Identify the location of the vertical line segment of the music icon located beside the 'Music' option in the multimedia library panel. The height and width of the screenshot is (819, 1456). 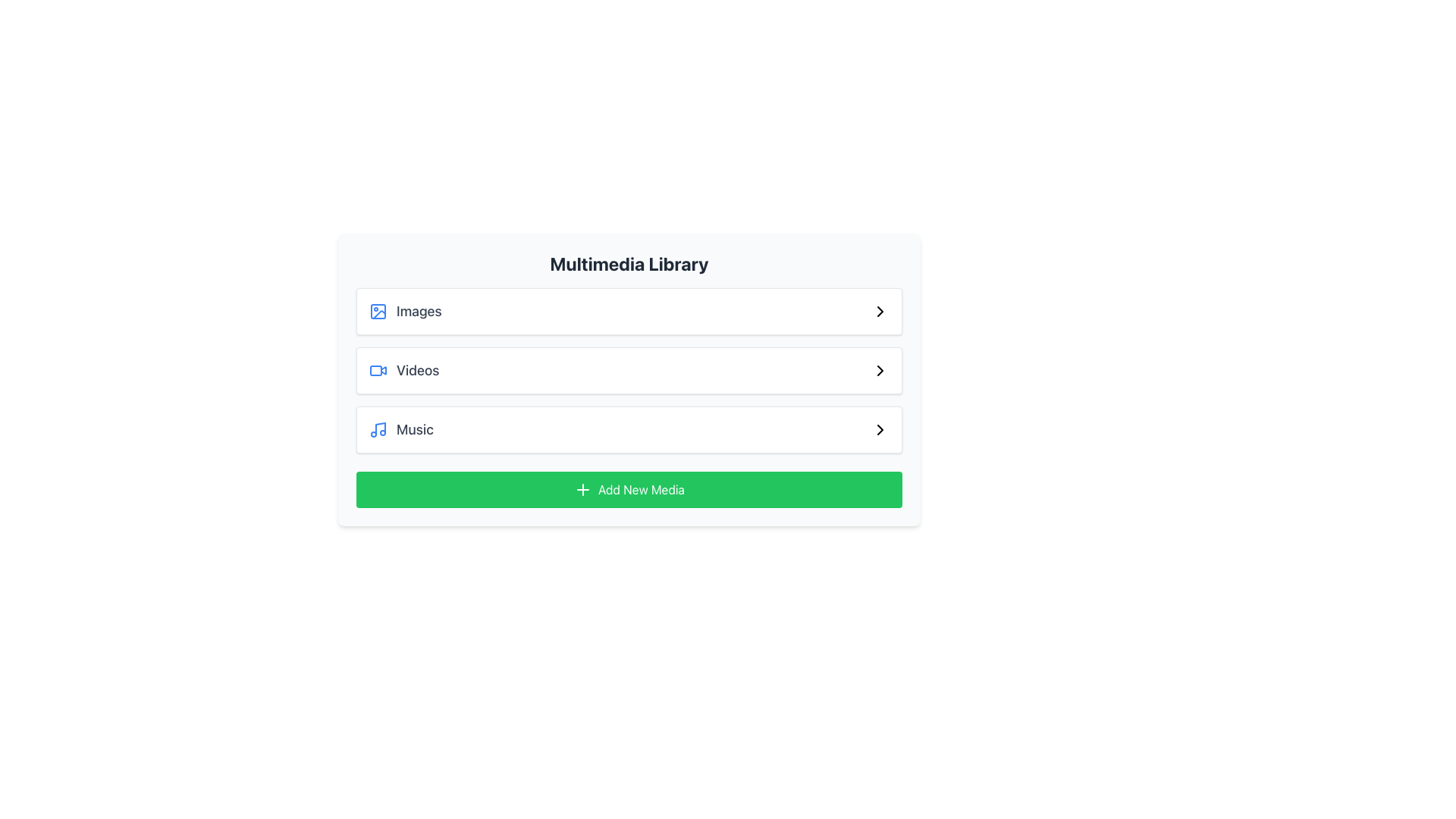
(381, 428).